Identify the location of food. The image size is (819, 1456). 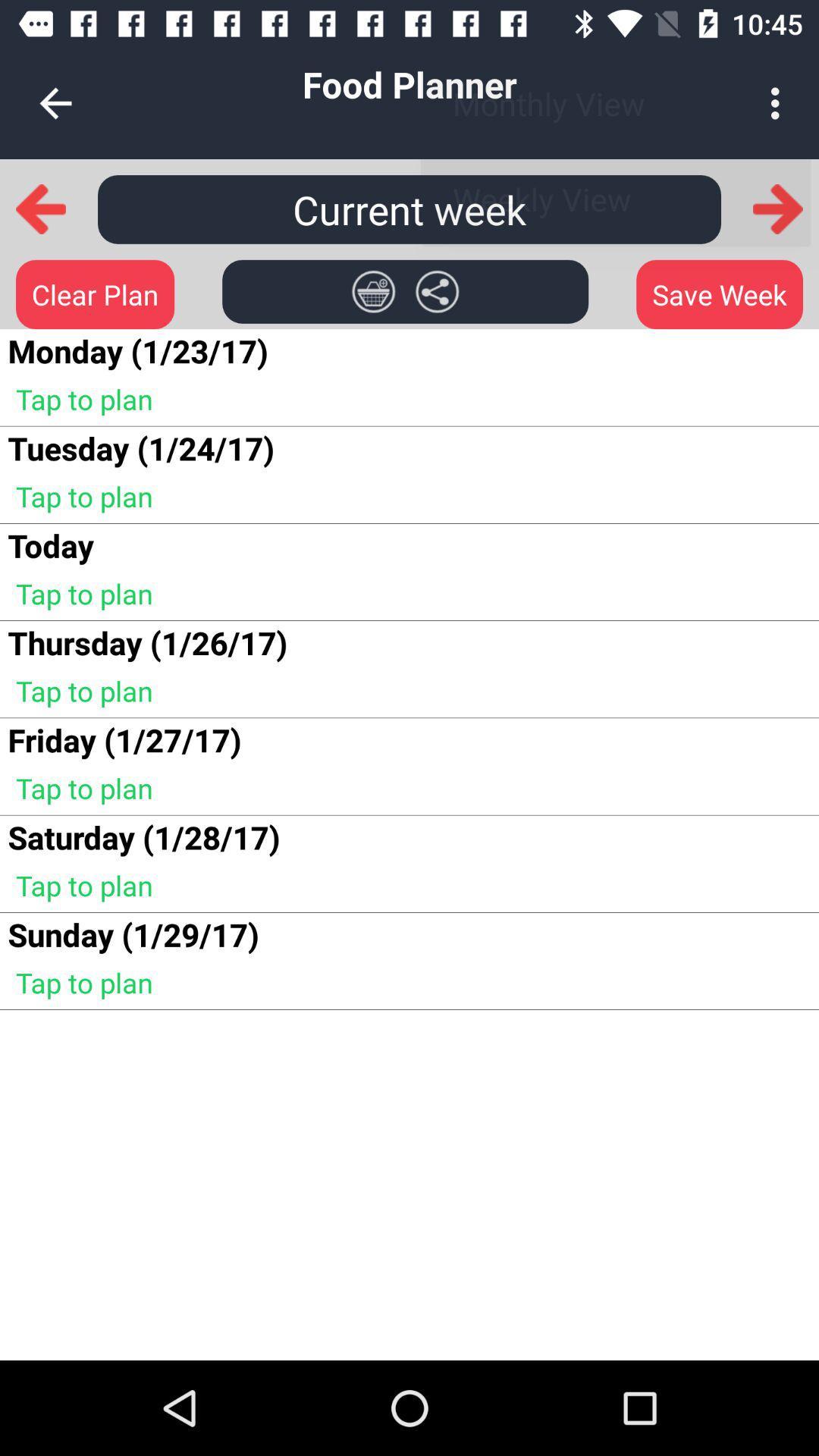
(373, 291).